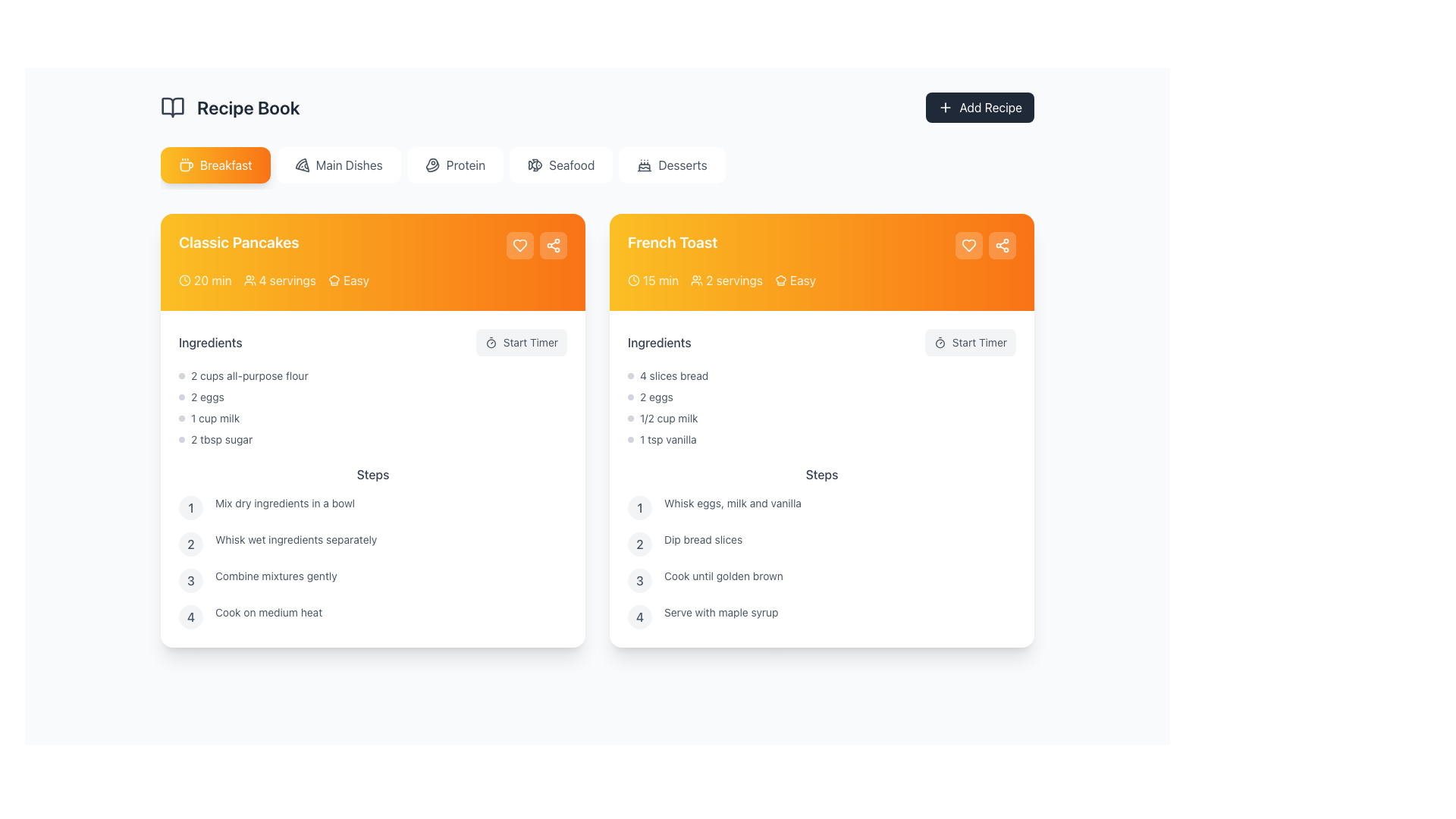 The height and width of the screenshot is (819, 1456). I want to click on the 'Protein' navigation button located in the horizontal navigation bar, which is the third element from the left, to activate its hover effects, so click(454, 165).